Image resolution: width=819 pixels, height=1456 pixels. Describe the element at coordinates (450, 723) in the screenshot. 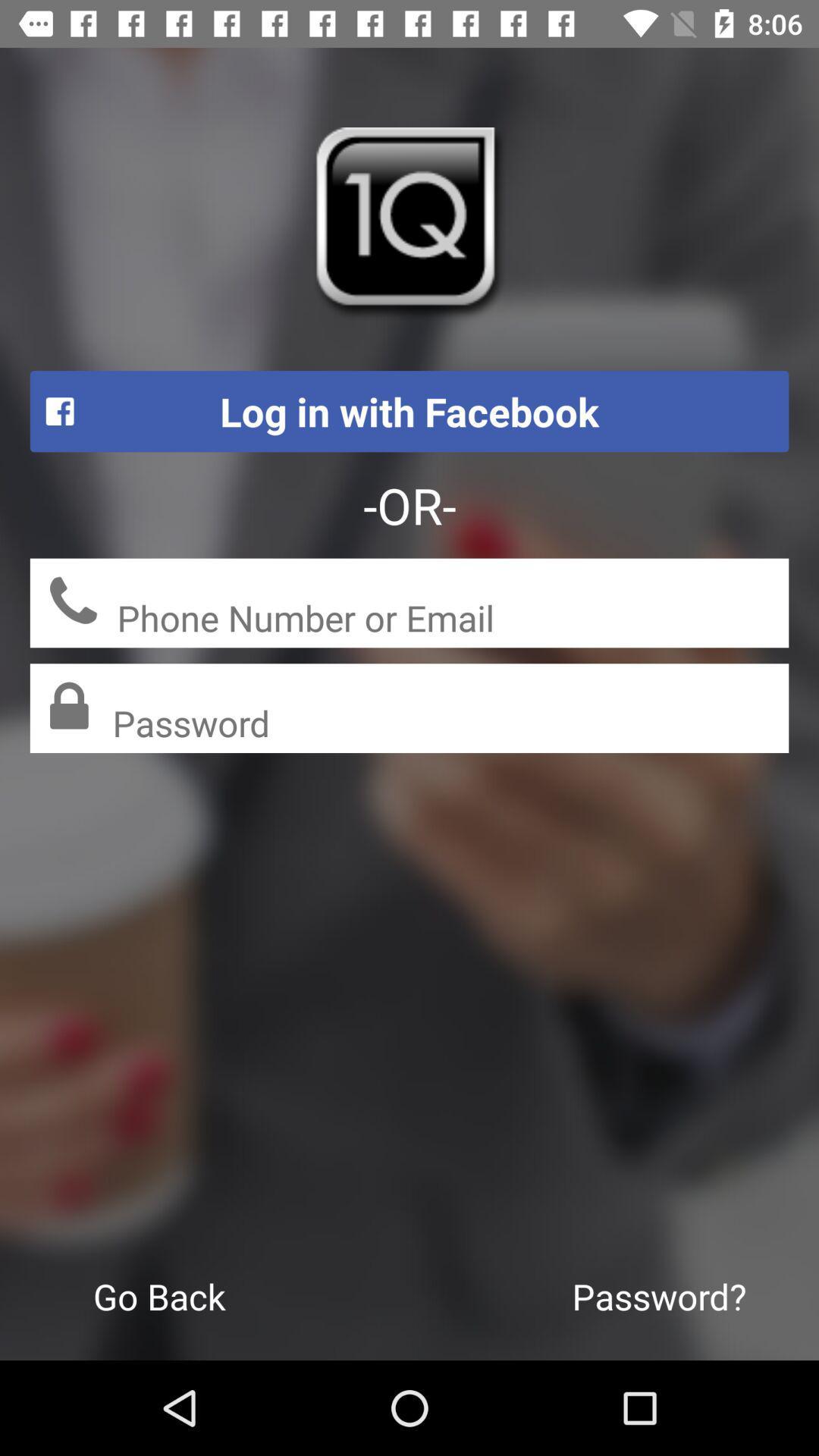

I see `password` at that location.